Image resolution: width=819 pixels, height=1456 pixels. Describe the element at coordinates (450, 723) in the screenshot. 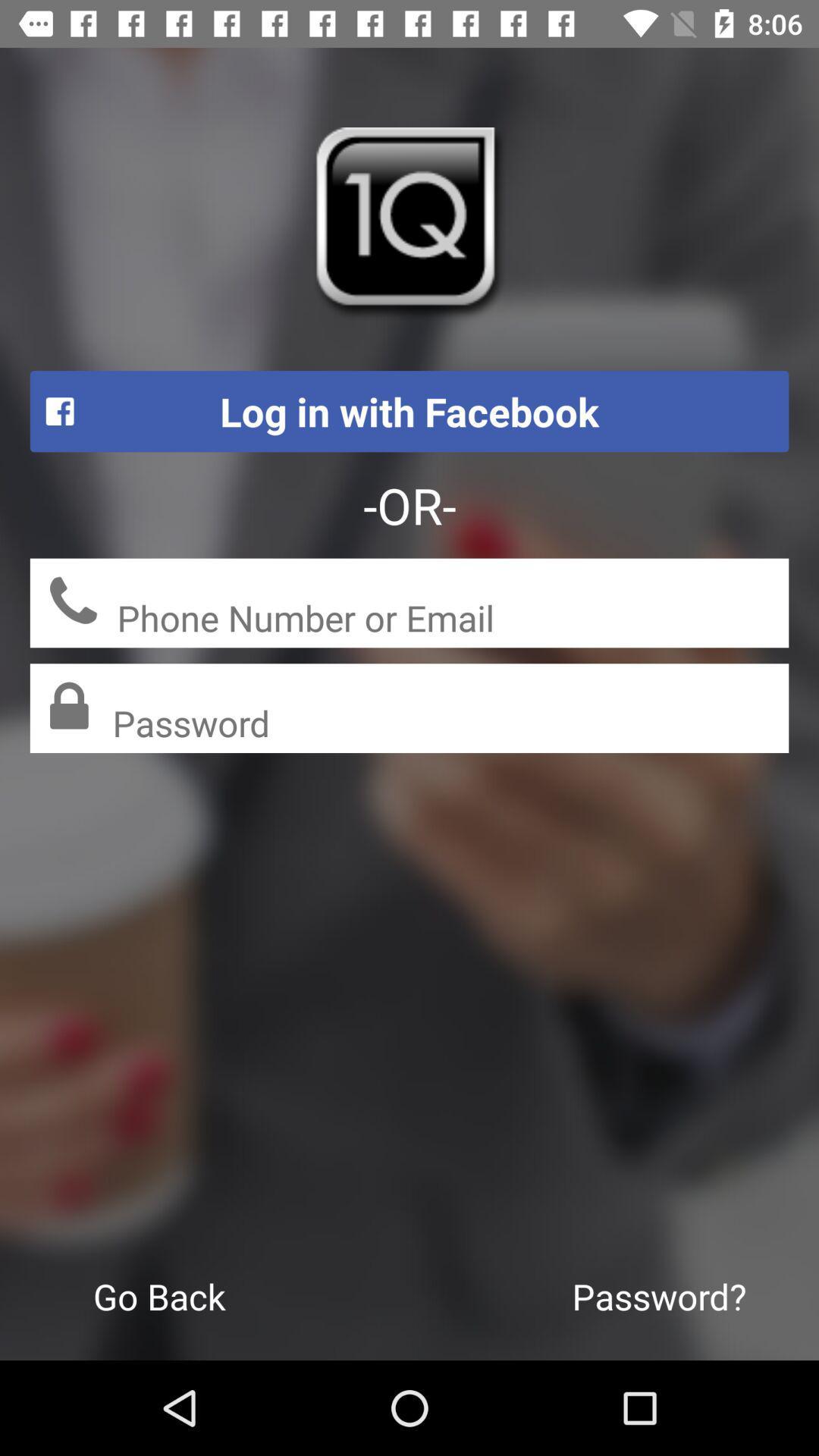

I see `password` at that location.